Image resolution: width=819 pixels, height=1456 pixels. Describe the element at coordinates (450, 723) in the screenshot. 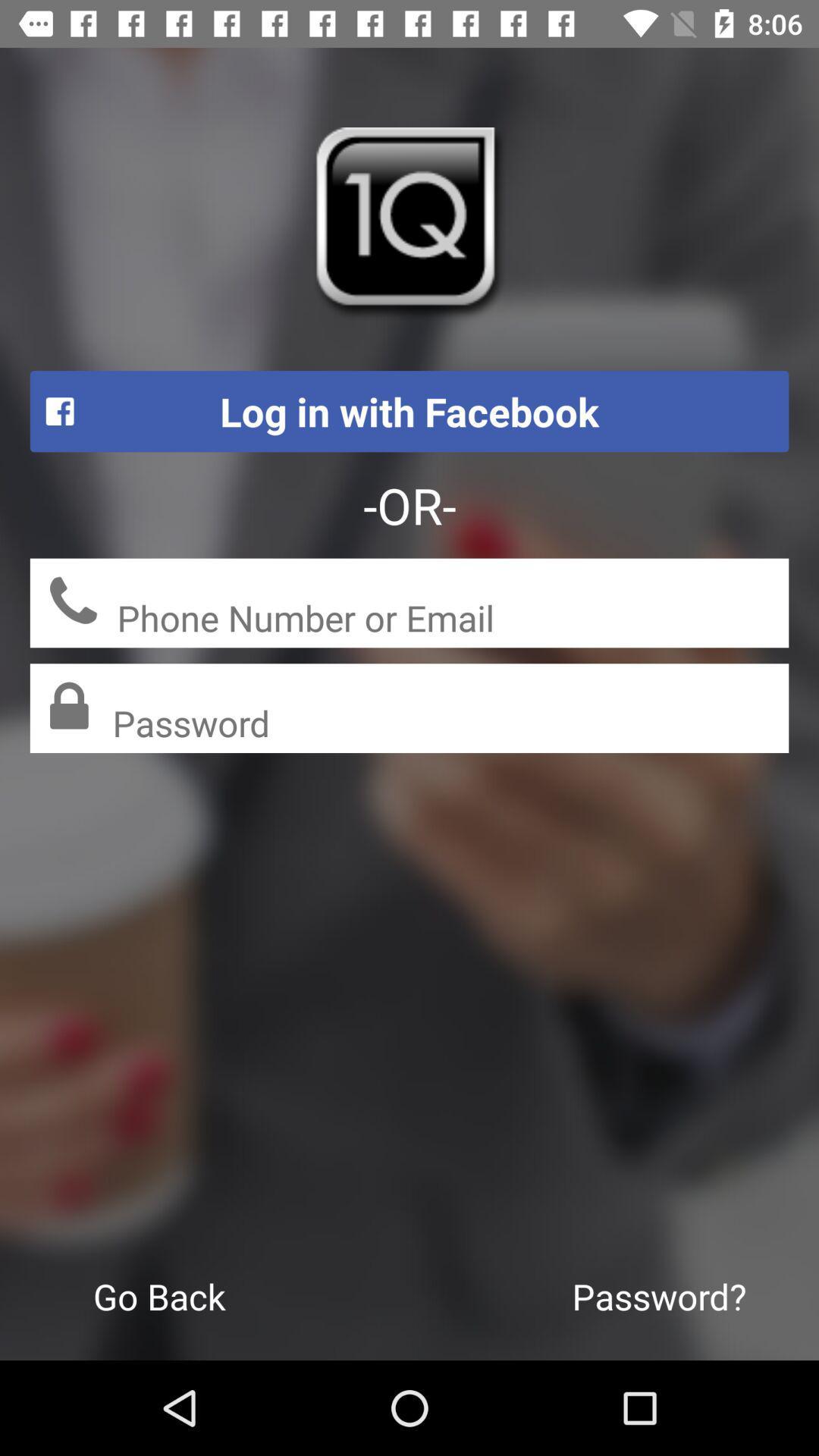

I see `password` at that location.